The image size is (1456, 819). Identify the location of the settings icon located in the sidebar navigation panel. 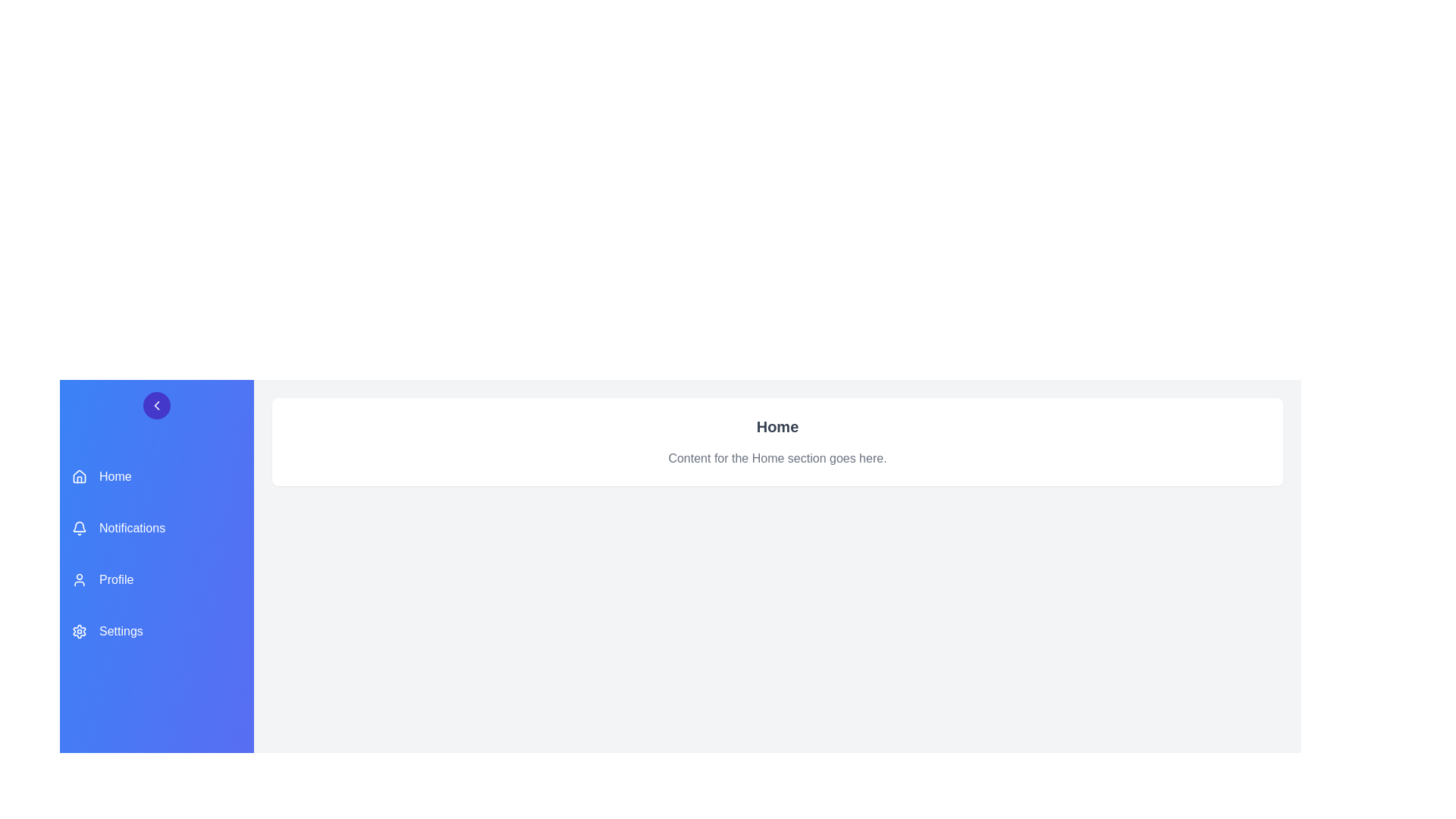
(79, 632).